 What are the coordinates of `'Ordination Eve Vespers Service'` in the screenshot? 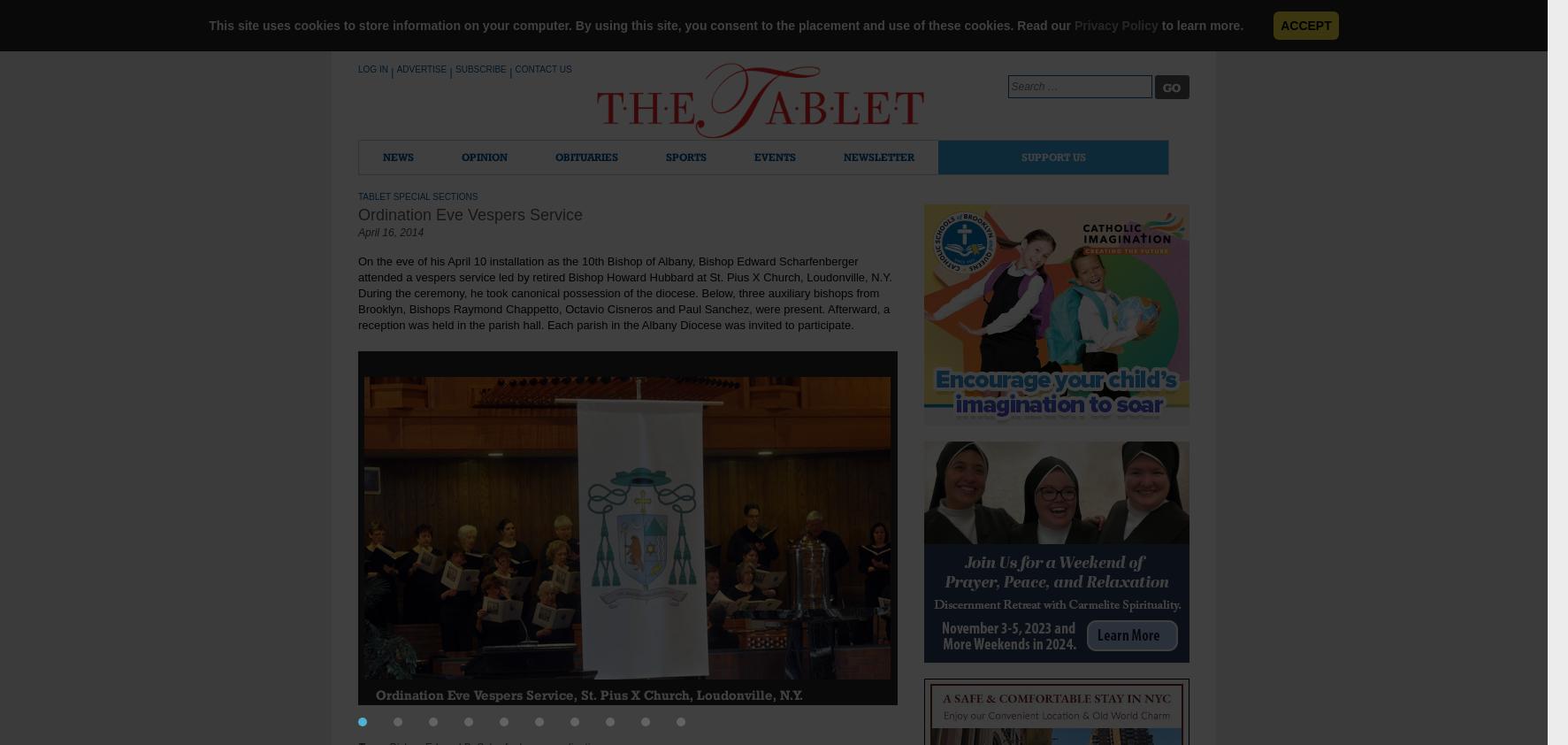 It's located at (470, 215).